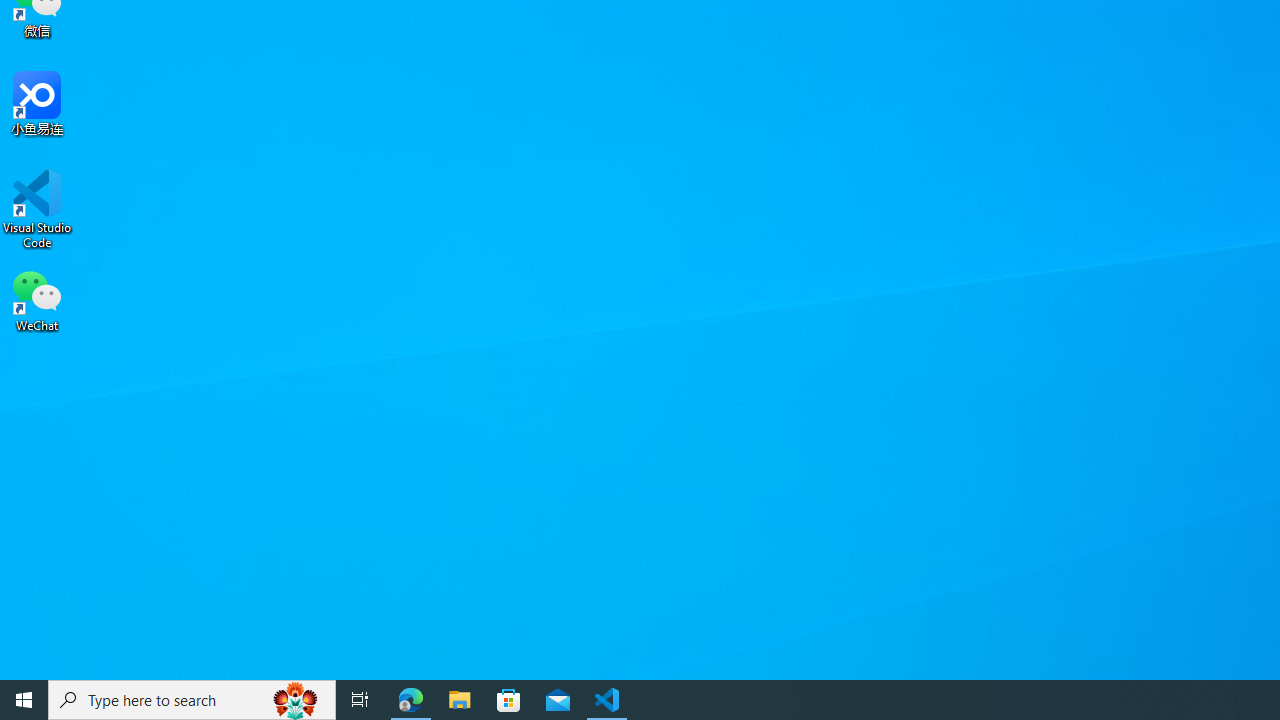 Image resolution: width=1280 pixels, height=720 pixels. What do you see at coordinates (410, 698) in the screenshot?
I see `'Microsoft Edge - 1 running window'` at bounding box center [410, 698].